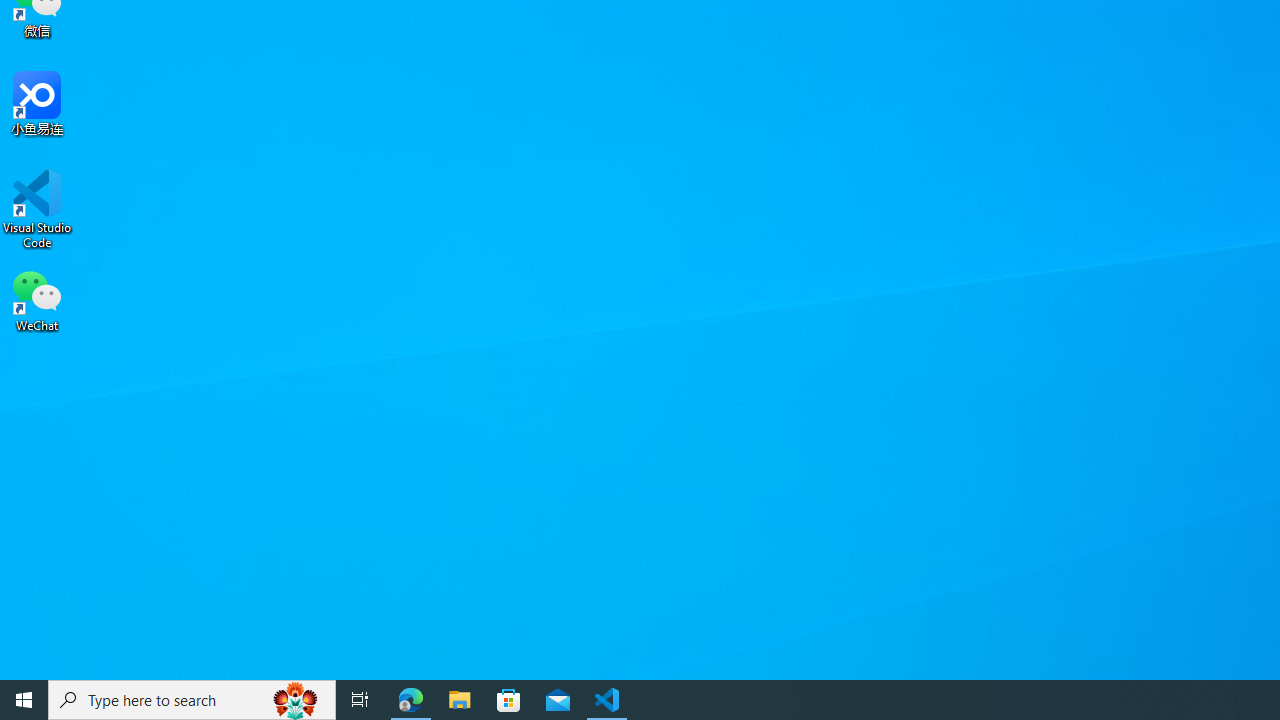 Image resolution: width=1280 pixels, height=720 pixels. What do you see at coordinates (410, 698) in the screenshot?
I see `'Microsoft Edge - 1 running window'` at bounding box center [410, 698].